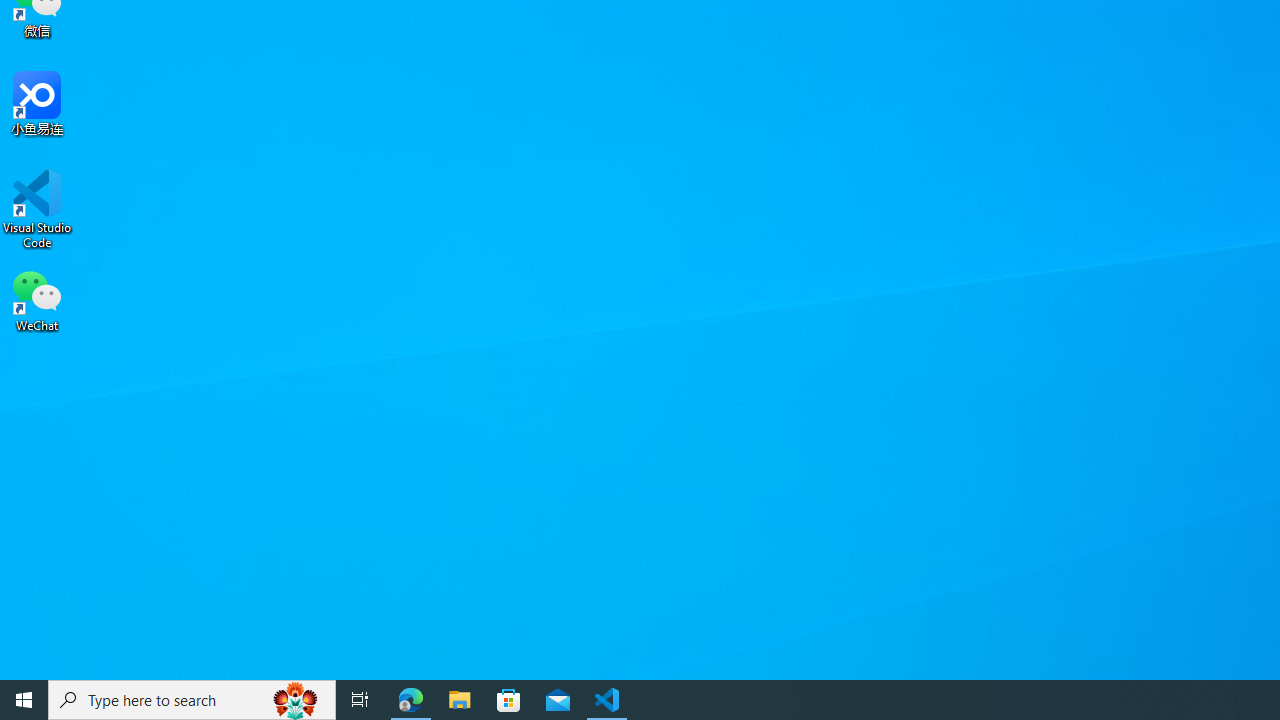 Image resolution: width=1280 pixels, height=720 pixels. What do you see at coordinates (410, 698) in the screenshot?
I see `'Microsoft Edge - 1 running window'` at bounding box center [410, 698].